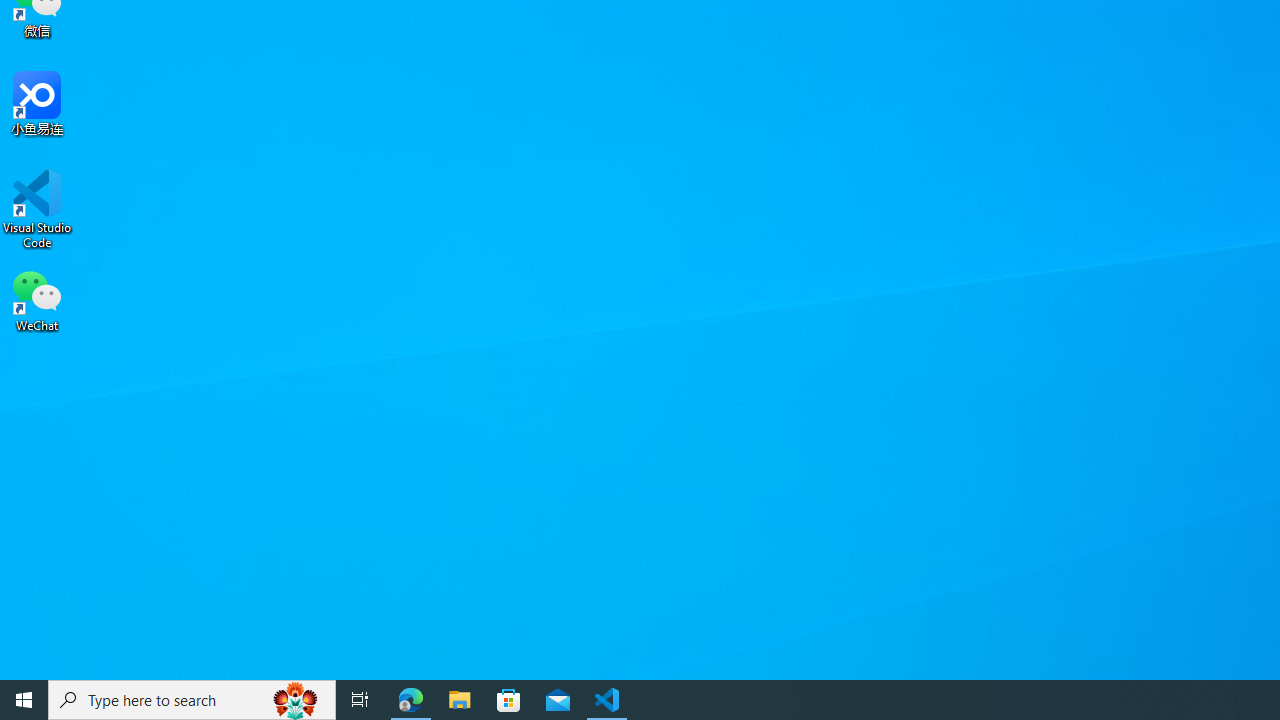 Image resolution: width=1280 pixels, height=720 pixels. What do you see at coordinates (410, 698) in the screenshot?
I see `'Microsoft Edge - 1 running window'` at bounding box center [410, 698].